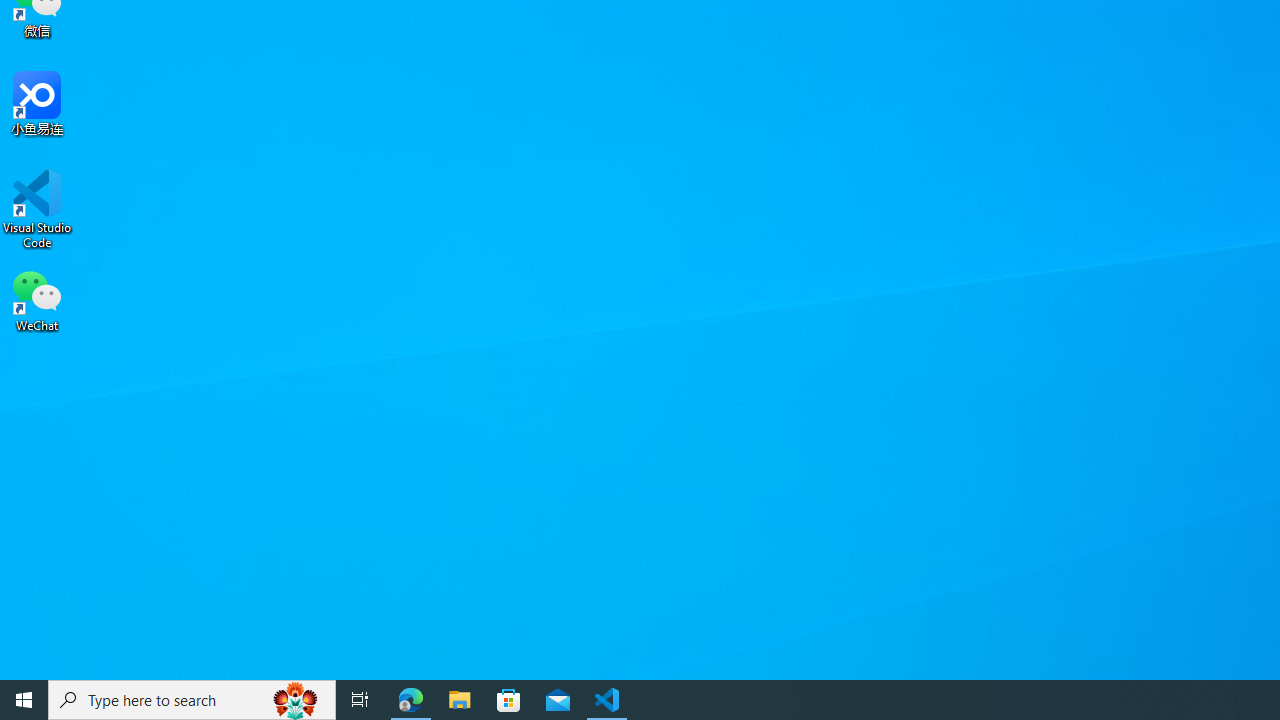 Image resolution: width=1280 pixels, height=720 pixels. What do you see at coordinates (410, 698) in the screenshot?
I see `'Microsoft Edge - 1 running window'` at bounding box center [410, 698].